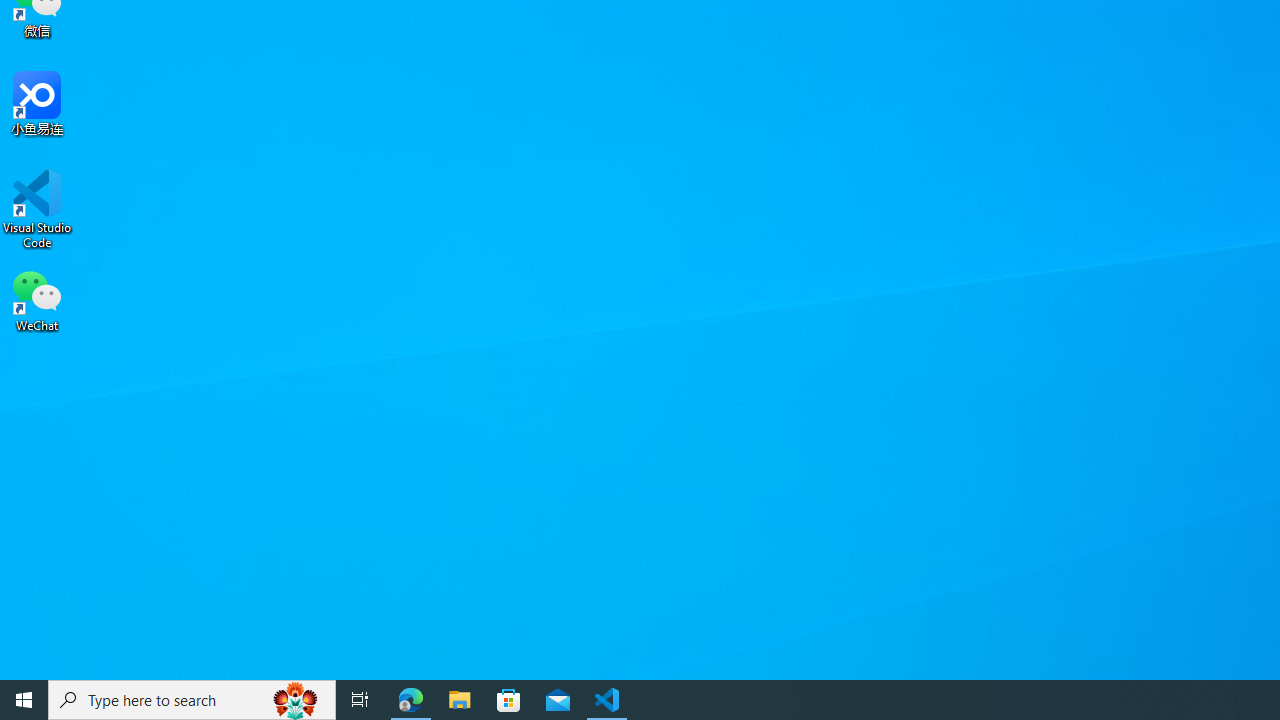 Image resolution: width=1280 pixels, height=720 pixels. What do you see at coordinates (410, 698) in the screenshot?
I see `'Microsoft Edge - 1 running window'` at bounding box center [410, 698].